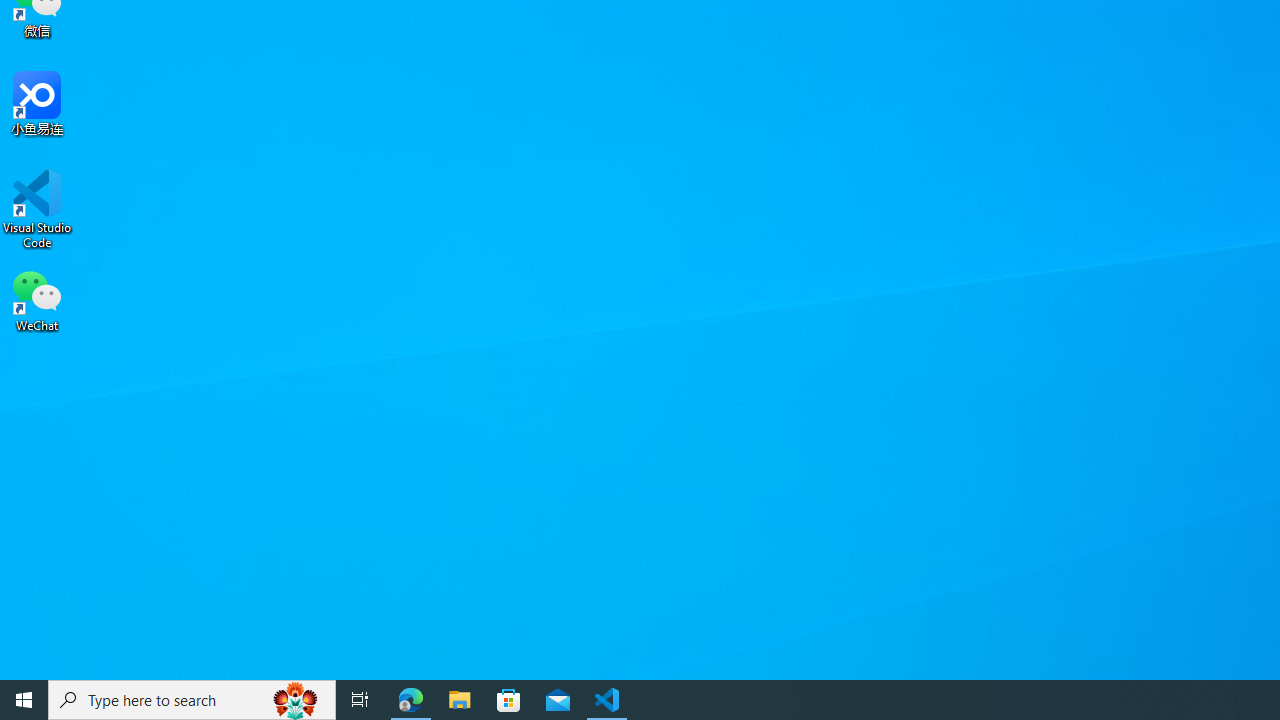 Image resolution: width=1280 pixels, height=720 pixels. What do you see at coordinates (410, 698) in the screenshot?
I see `'Microsoft Edge - 1 running window'` at bounding box center [410, 698].